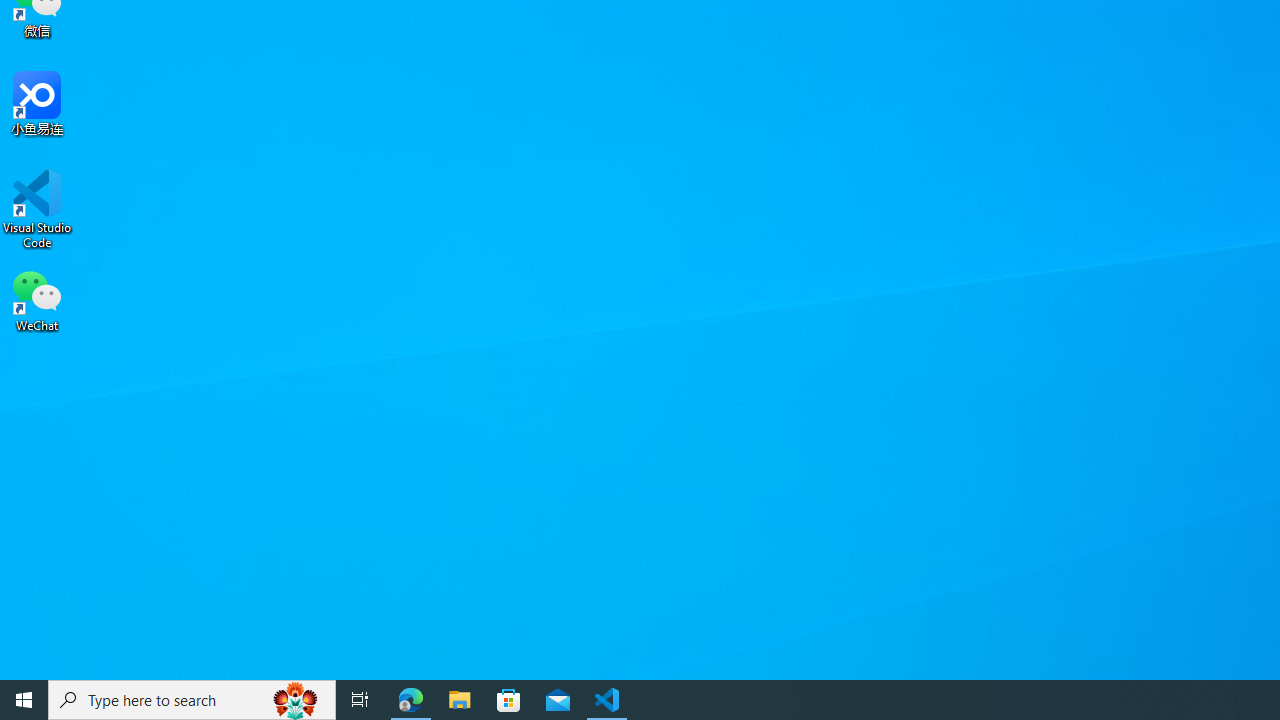 Image resolution: width=1280 pixels, height=720 pixels. What do you see at coordinates (410, 698) in the screenshot?
I see `'Microsoft Edge - 1 running window'` at bounding box center [410, 698].